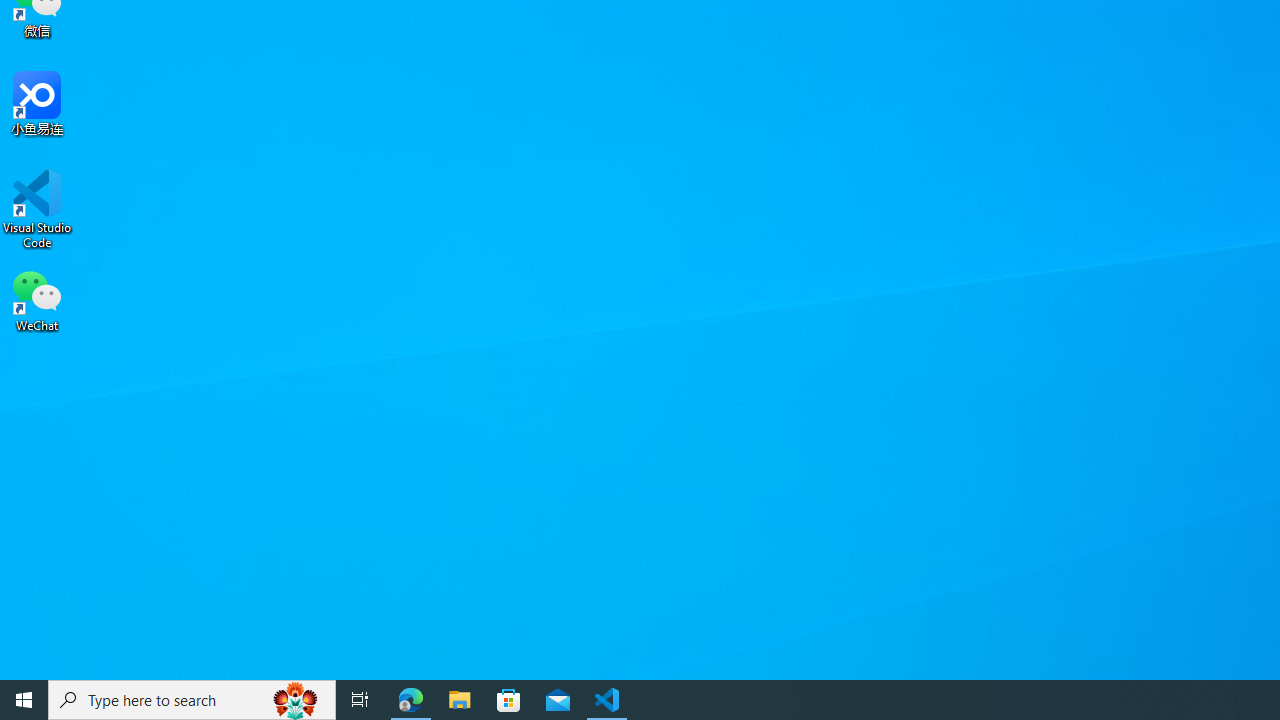 Image resolution: width=1280 pixels, height=720 pixels. What do you see at coordinates (410, 698) in the screenshot?
I see `'Microsoft Edge - 1 running window'` at bounding box center [410, 698].